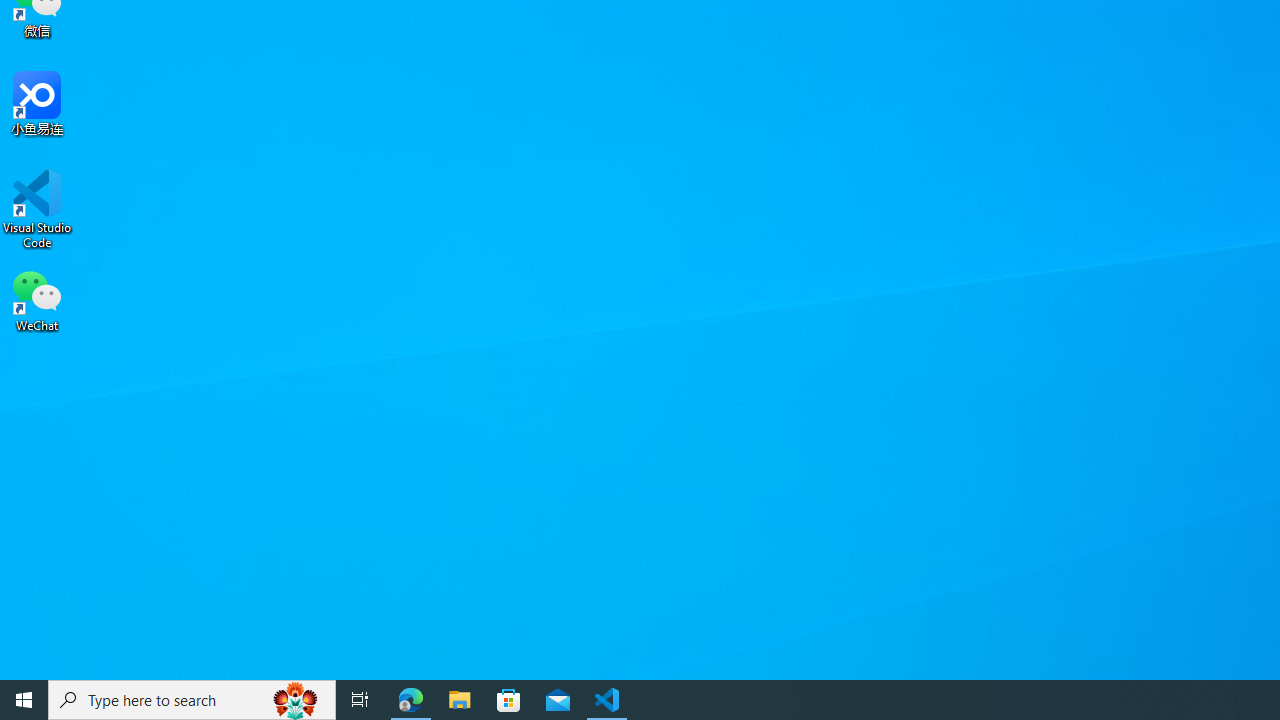 Image resolution: width=1280 pixels, height=720 pixels. What do you see at coordinates (410, 698) in the screenshot?
I see `'Microsoft Edge - 1 running window'` at bounding box center [410, 698].